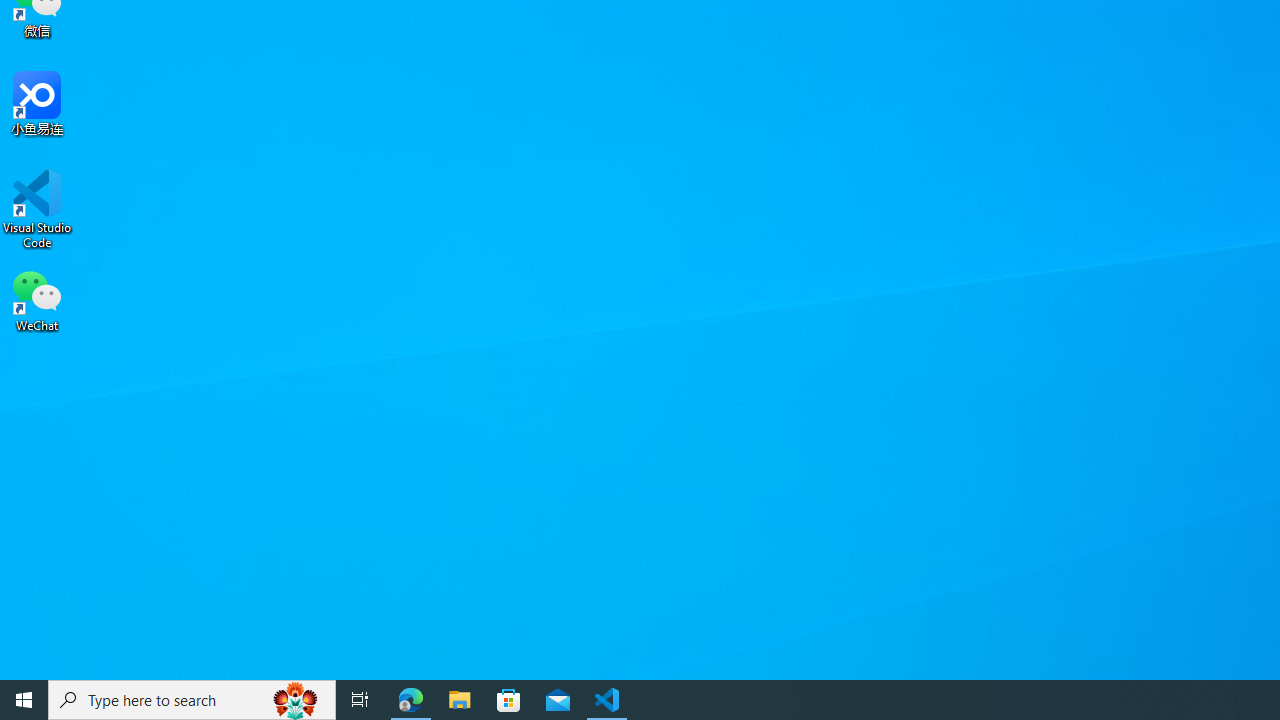 Image resolution: width=1280 pixels, height=720 pixels. What do you see at coordinates (410, 698) in the screenshot?
I see `'Microsoft Edge - 1 running window'` at bounding box center [410, 698].